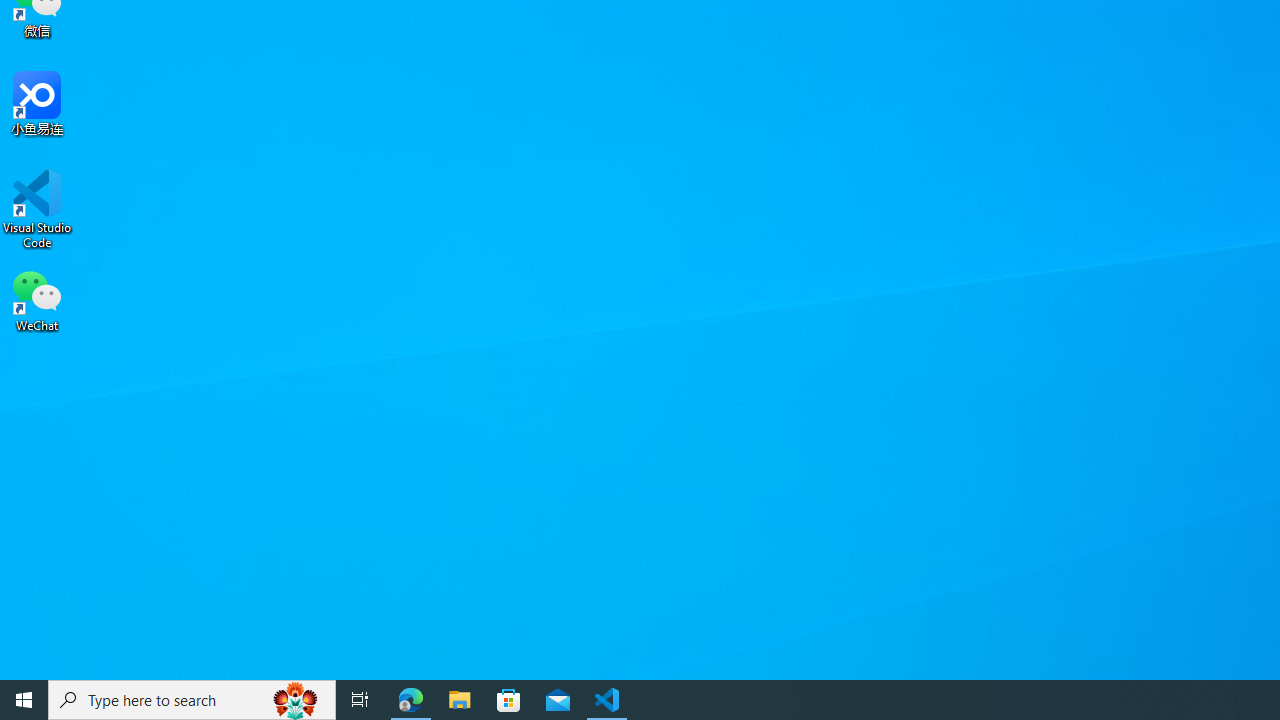 Image resolution: width=1280 pixels, height=720 pixels. What do you see at coordinates (410, 698) in the screenshot?
I see `'Microsoft Edge - 1 running window'` at bounding box center [410, 698].